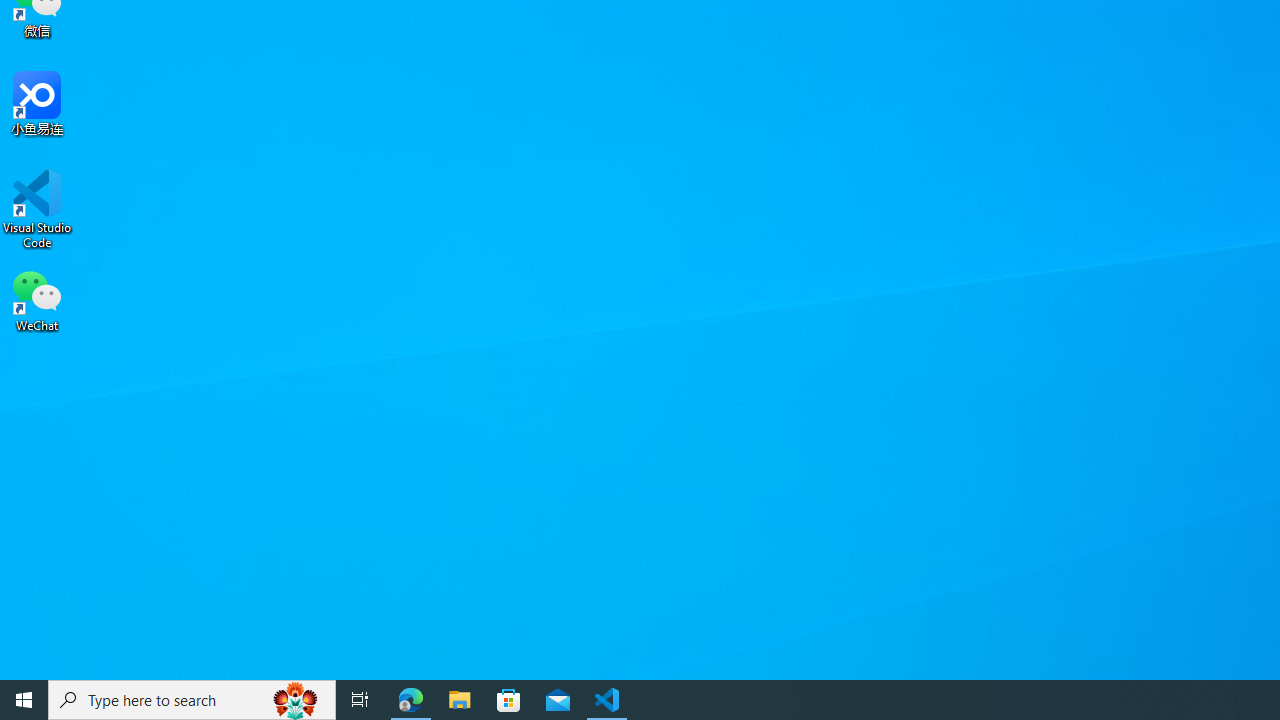 Image resolution: width=1280 pixels, height=720 pixels. What do you see at coordinates (410, 698) in the screenshot?
I see `'Microsoft Edge - 1 running window'` at bounding box center [410, 698].